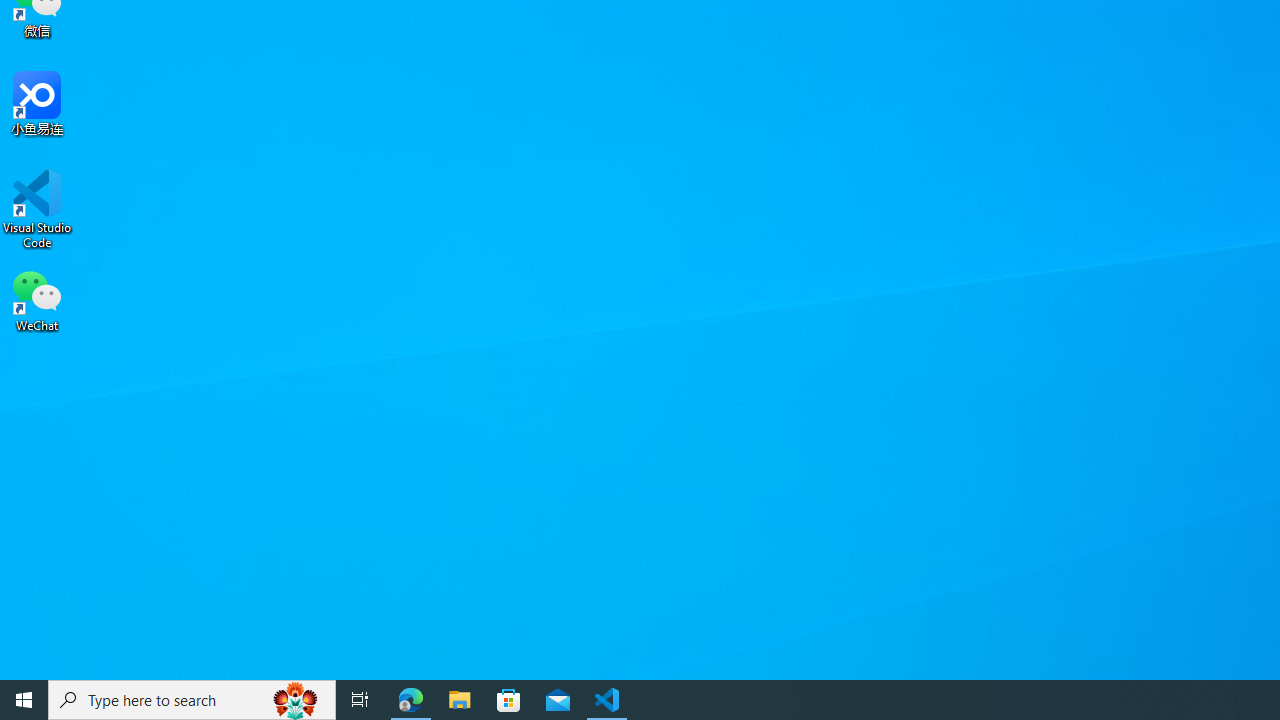 Image resolution: width=1280 pixels, height=720 pixels. What do you see at coordinates (410, 698) in the screenshot?
I see `'Microsoft Edge - 1 running window'` at bounding box center [410, 698].